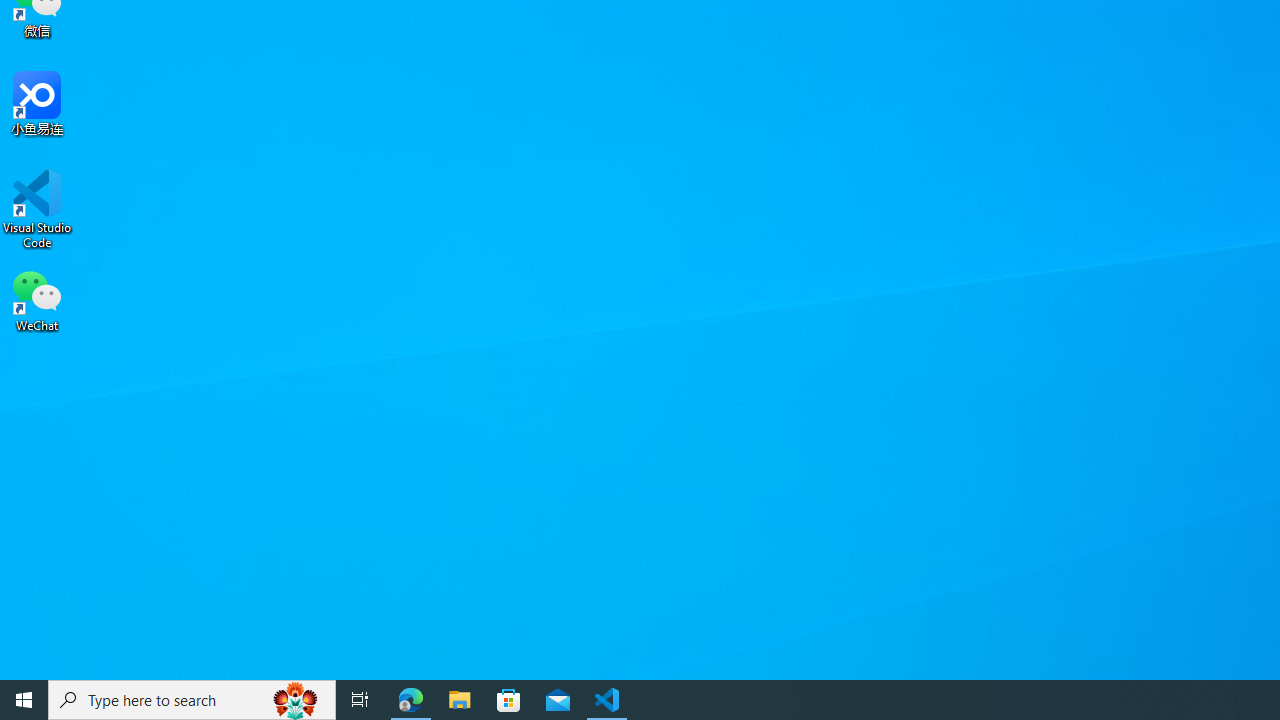 Image resolution: width=1280 pixels, height=720 pixels. What do you see at coordinates (410, 698) in the screenshot?
I see `'Microsoft Edge - 1 running window'` at bounding box center [410, 698].